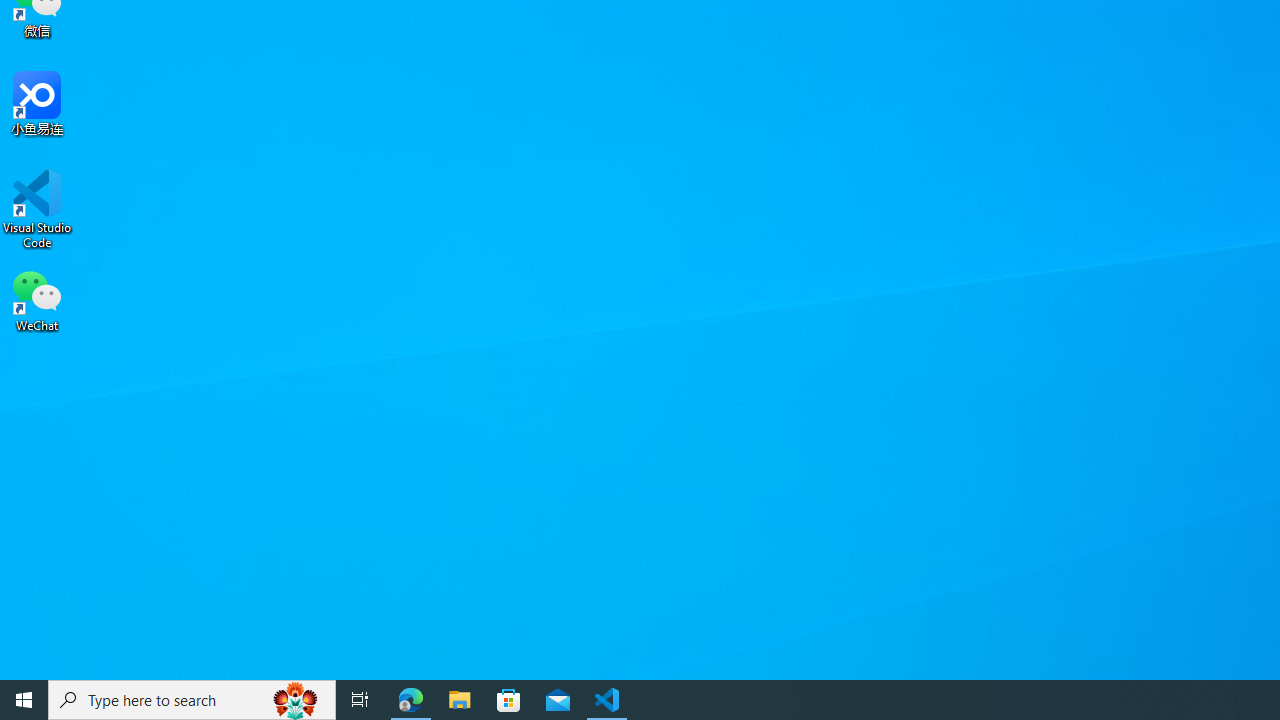 Image resolution: width=1280 pixels, height=720 pixels. What do you see at coordinates (410, 698) in the screenshot?
I see `'Microsoft Edge - 1 running window'` at bounding box center [410, 698].